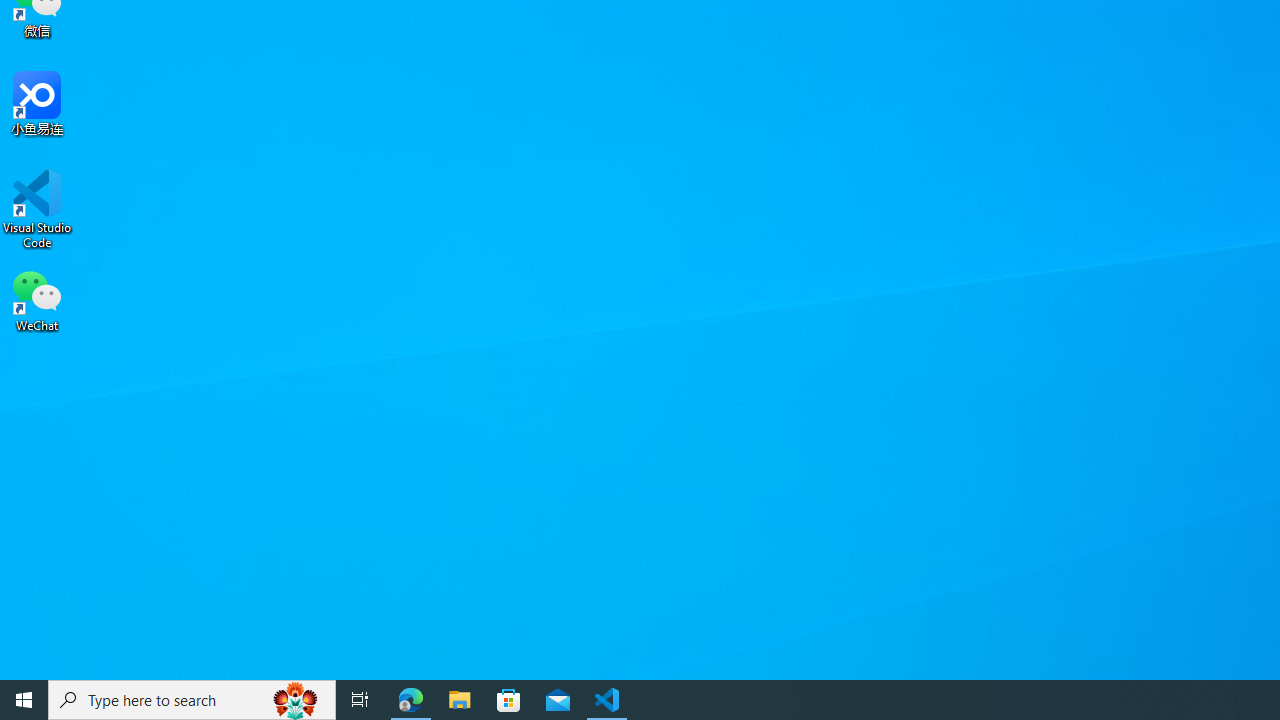 Image resolution: width=1280 pixels, height=720 pixels. What do you see at coordinates (410, 698) in the screenshot?
I see `'Microsoft Edge - 1 running window'` at bounding box center [410, 698].